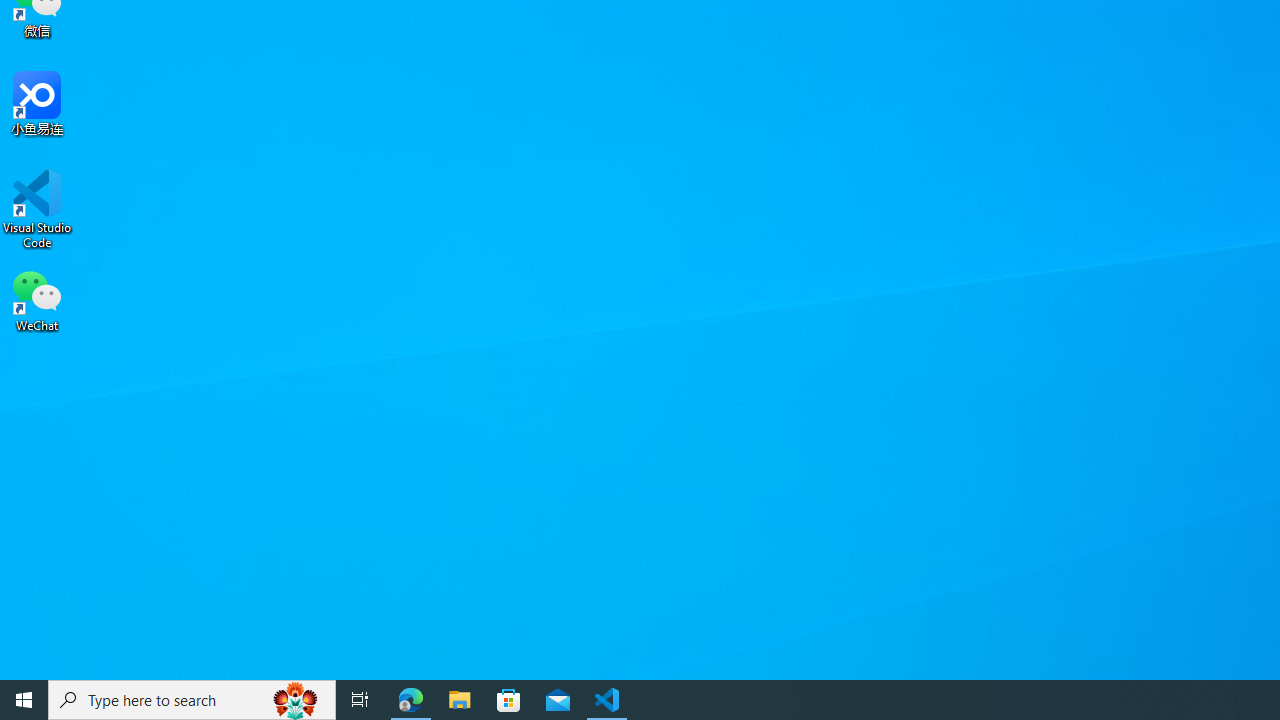 Image resolution: width=1280 pixels, height=720 pixels. What do you see at coordinates (410, 698) in the screenshot?
I see `'Microsoft Edge - 1 running window'` at bounding box center [410, 698].